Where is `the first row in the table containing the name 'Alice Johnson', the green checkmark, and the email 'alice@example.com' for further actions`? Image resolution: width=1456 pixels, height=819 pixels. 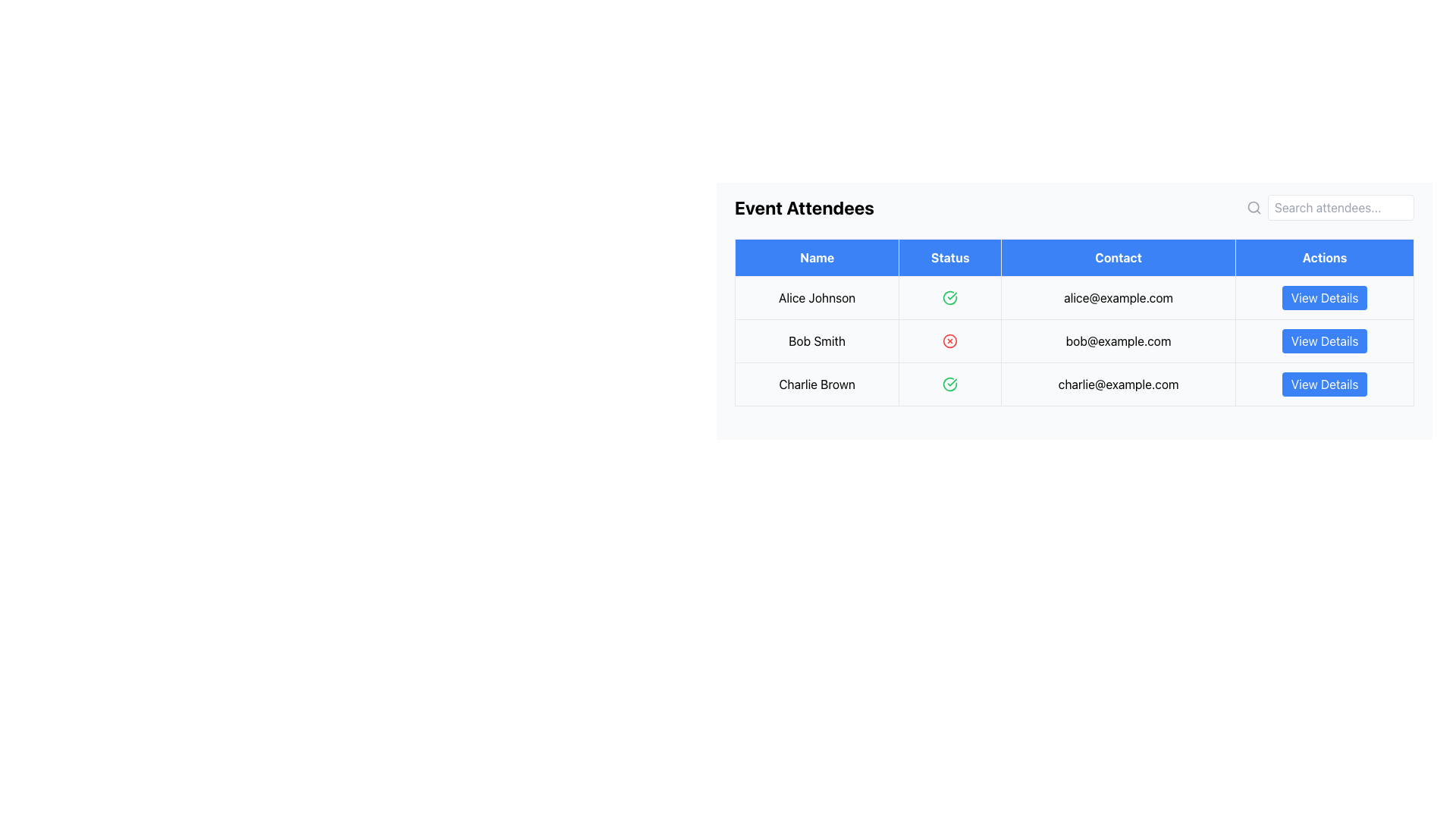
the first row in the table containing the name 'Alice Johnson', the green checkmark, and the email 'alice@example.com' for further actions is located at coordinates (1073, 298).